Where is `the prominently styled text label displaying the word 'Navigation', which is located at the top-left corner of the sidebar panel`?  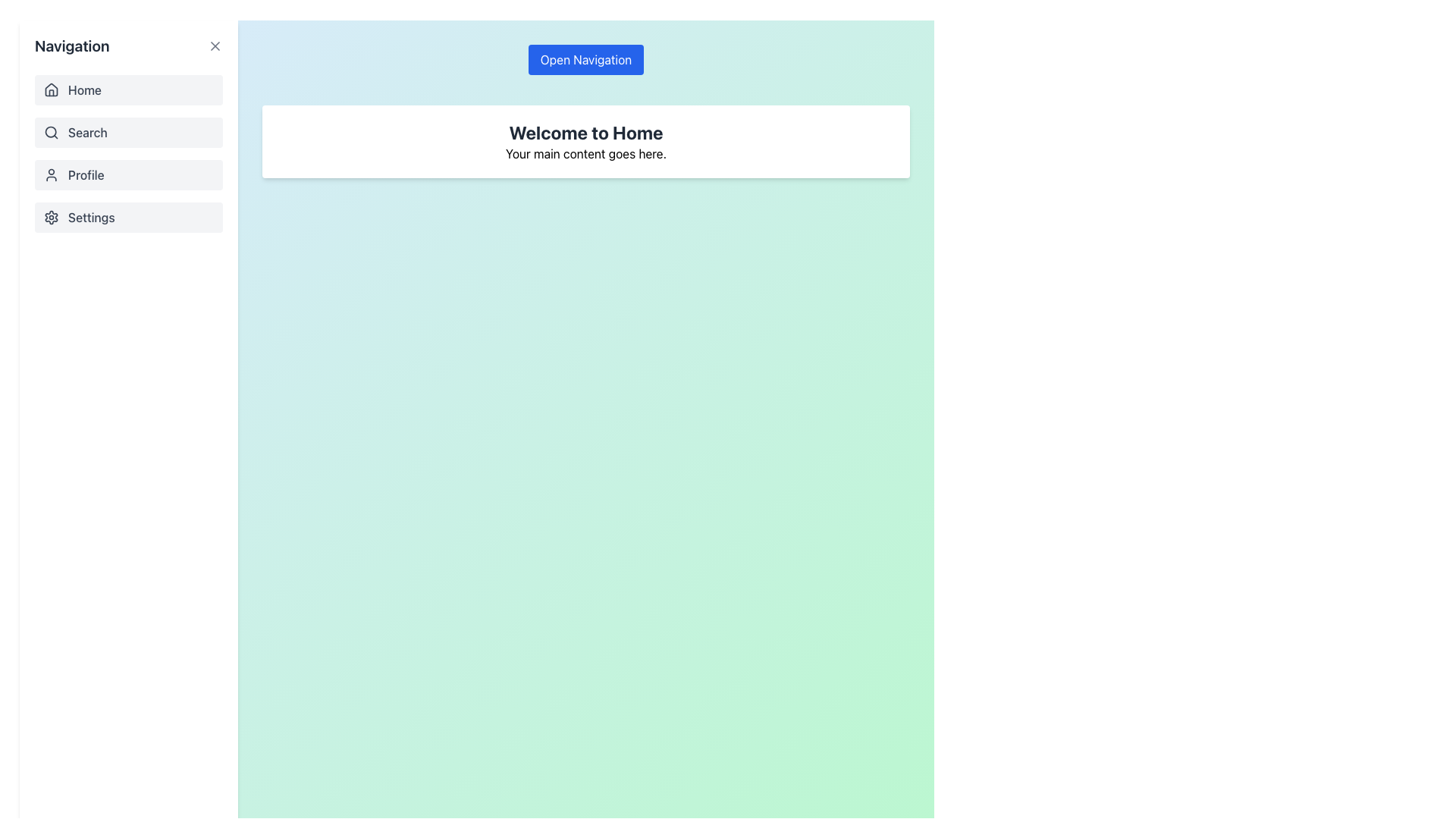 the prominently styled text label displaying the word 'Navigation', which is located at the top-left corner of the sidebar panel is located at coordinates (71, 45).